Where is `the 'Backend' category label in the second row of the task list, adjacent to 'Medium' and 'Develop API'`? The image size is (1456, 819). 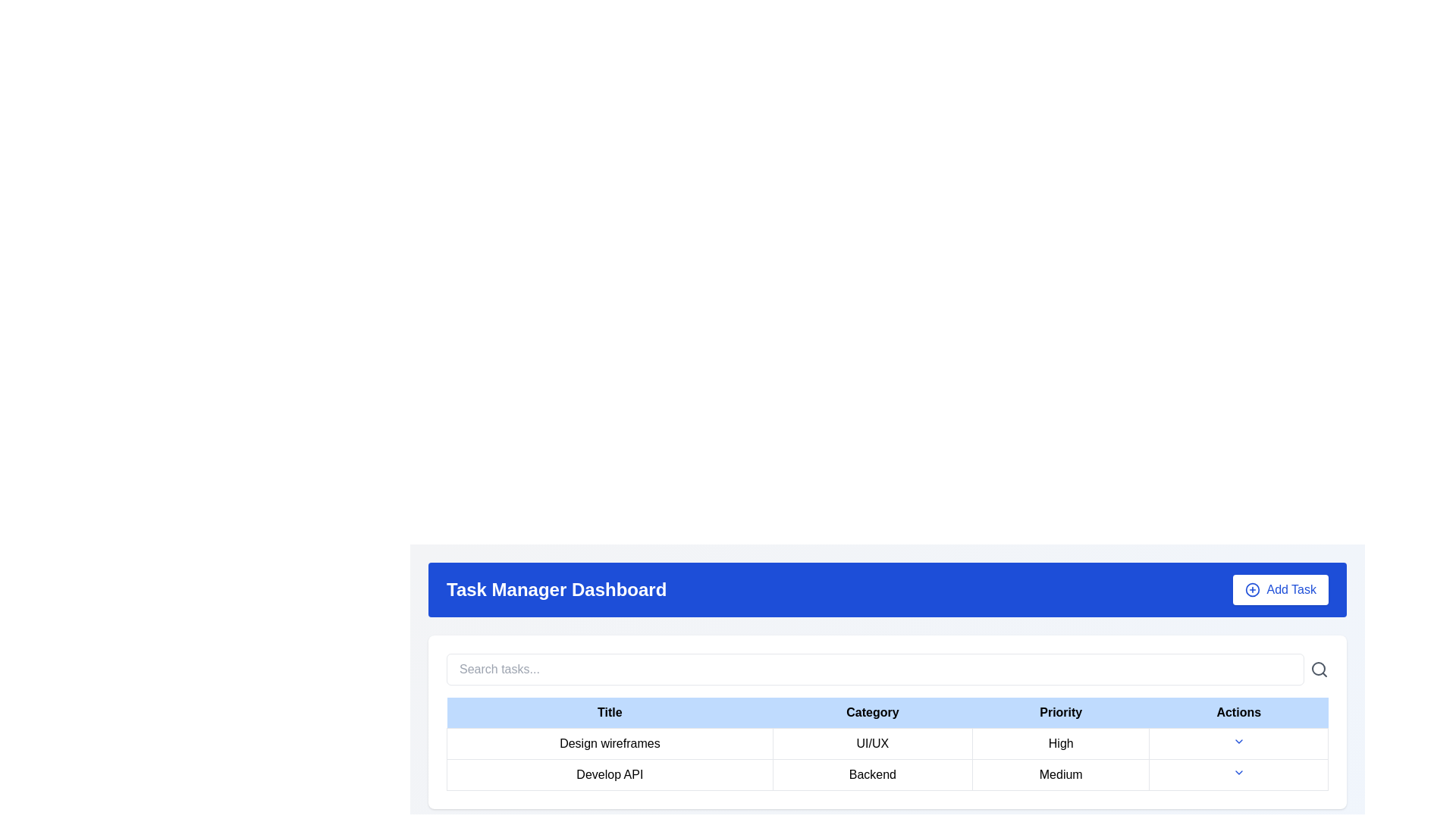 the 'Backend' category label in the second row of the task list, adjacent to 'Medium' and 'Develop API' is located at coordinates (887, 775).